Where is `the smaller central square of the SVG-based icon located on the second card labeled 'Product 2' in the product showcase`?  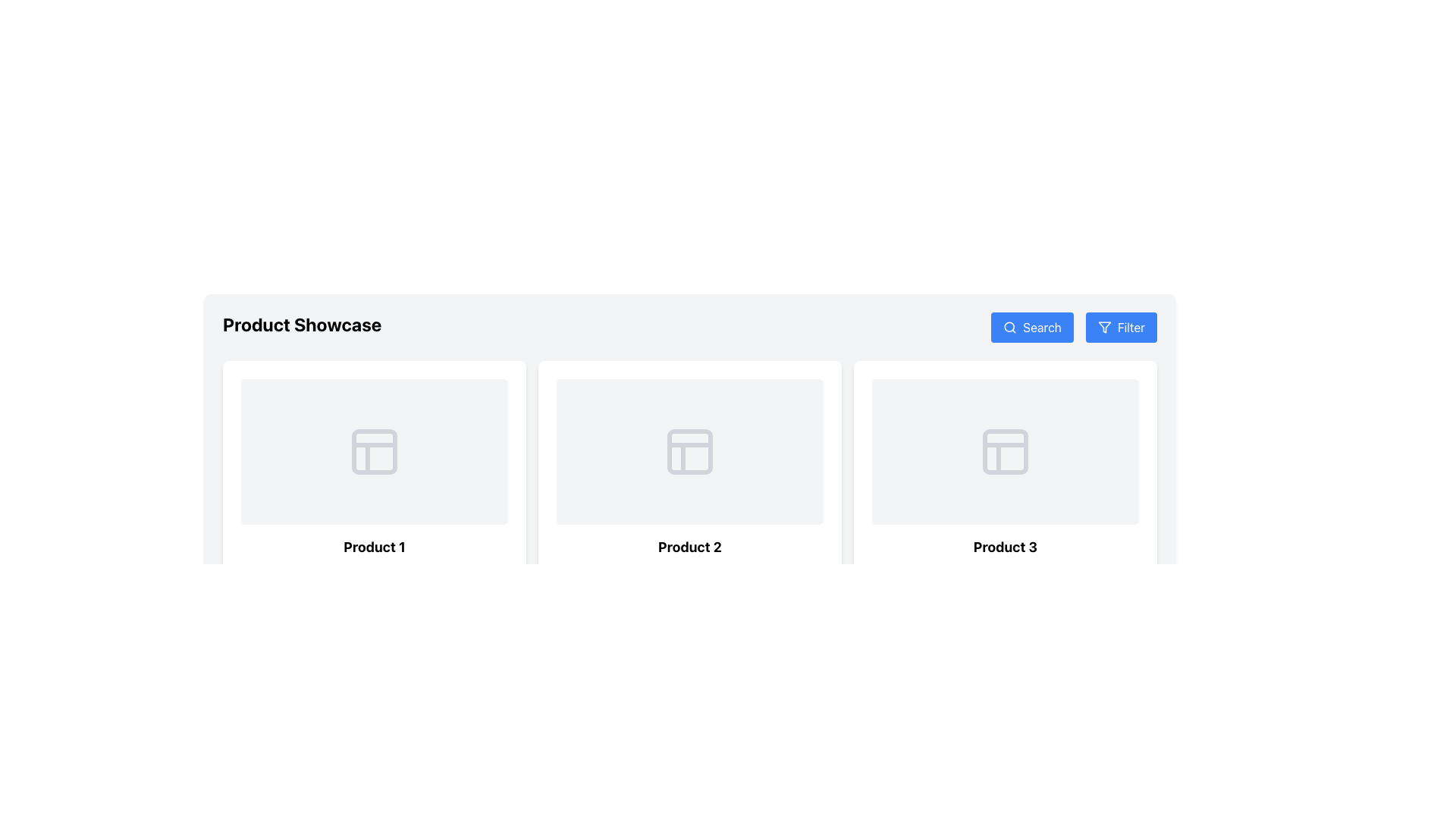
the smaller central square of the SVG-based icon located on the second card labeled 'Product 2' in the product showcase is located at coordinates (689, 451).